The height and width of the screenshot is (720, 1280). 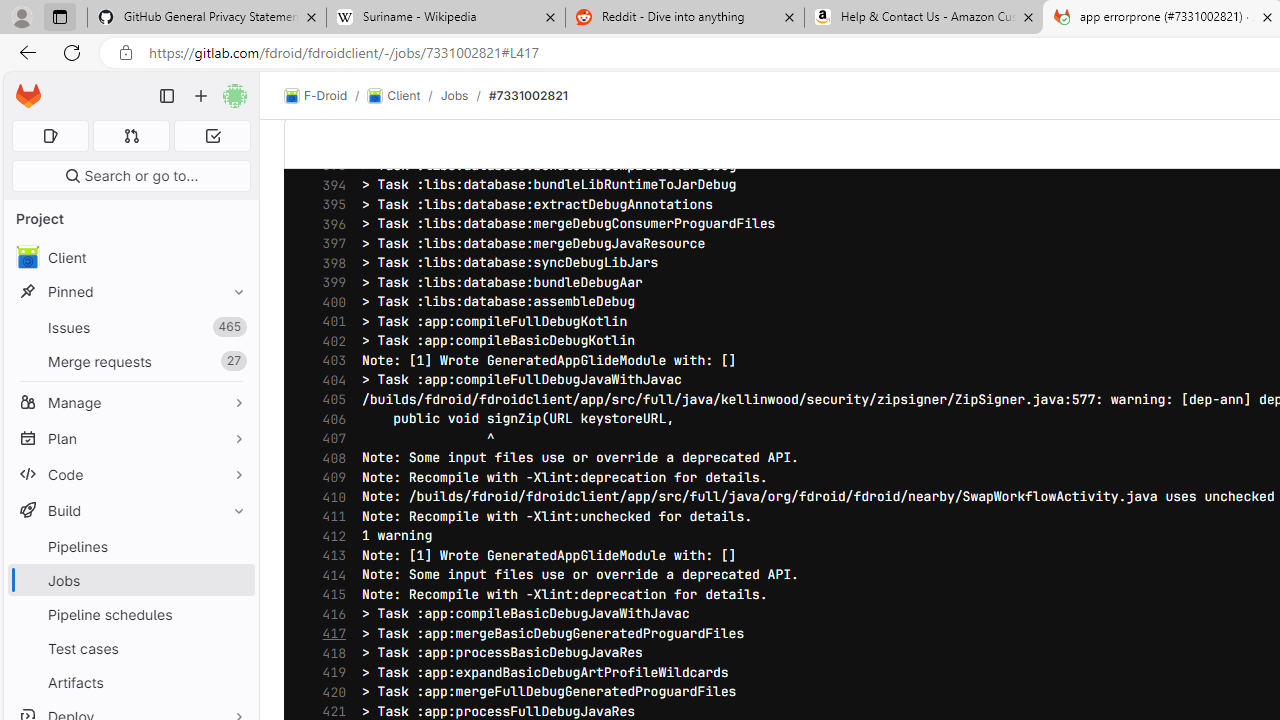 What do you see at coordinates (329, 515) in the screenshot?
I see `'411'` at bounding box center [329, 515].